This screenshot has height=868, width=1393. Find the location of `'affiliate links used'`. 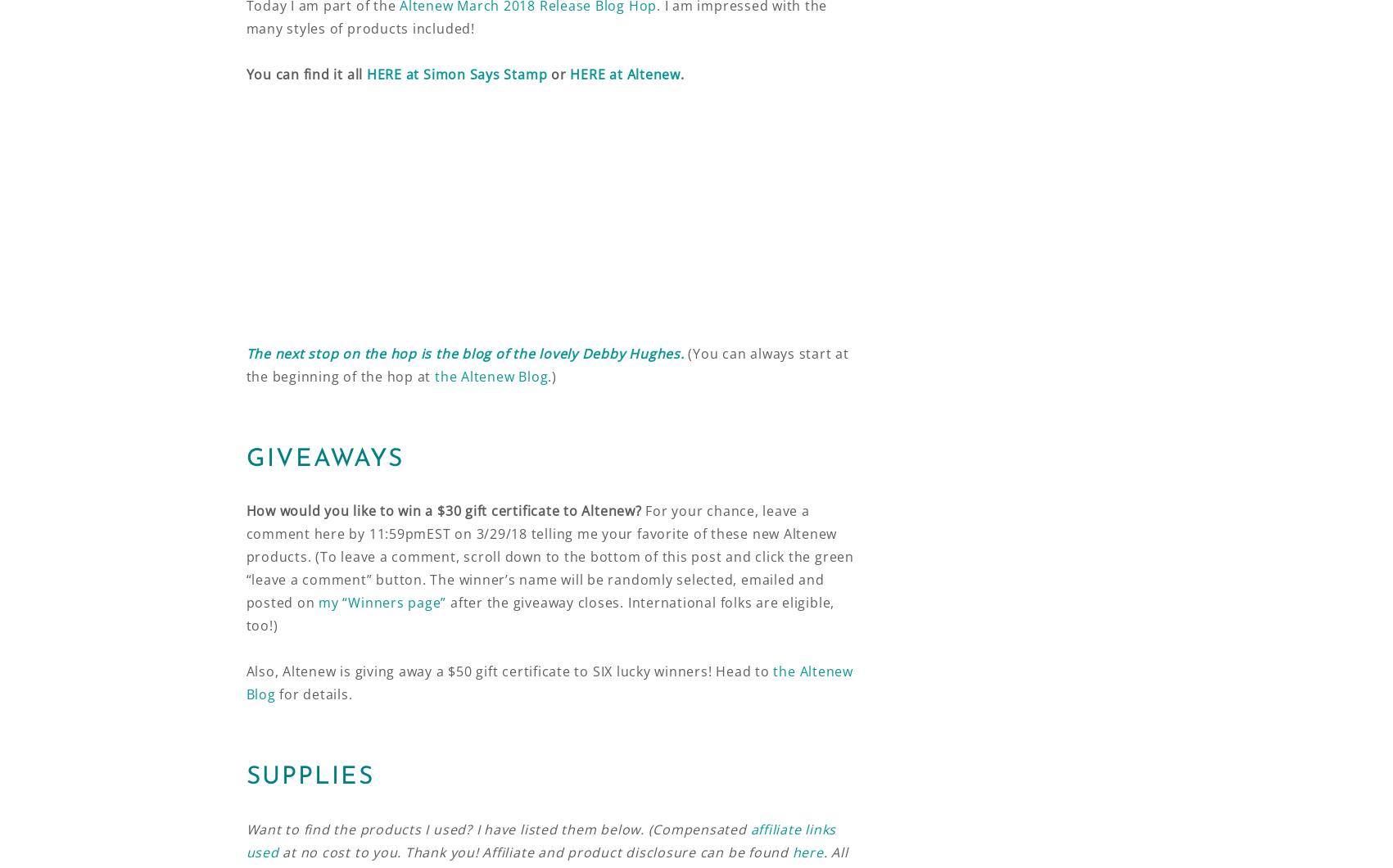

'affiliate links used' is located at coordinates (540, 839).